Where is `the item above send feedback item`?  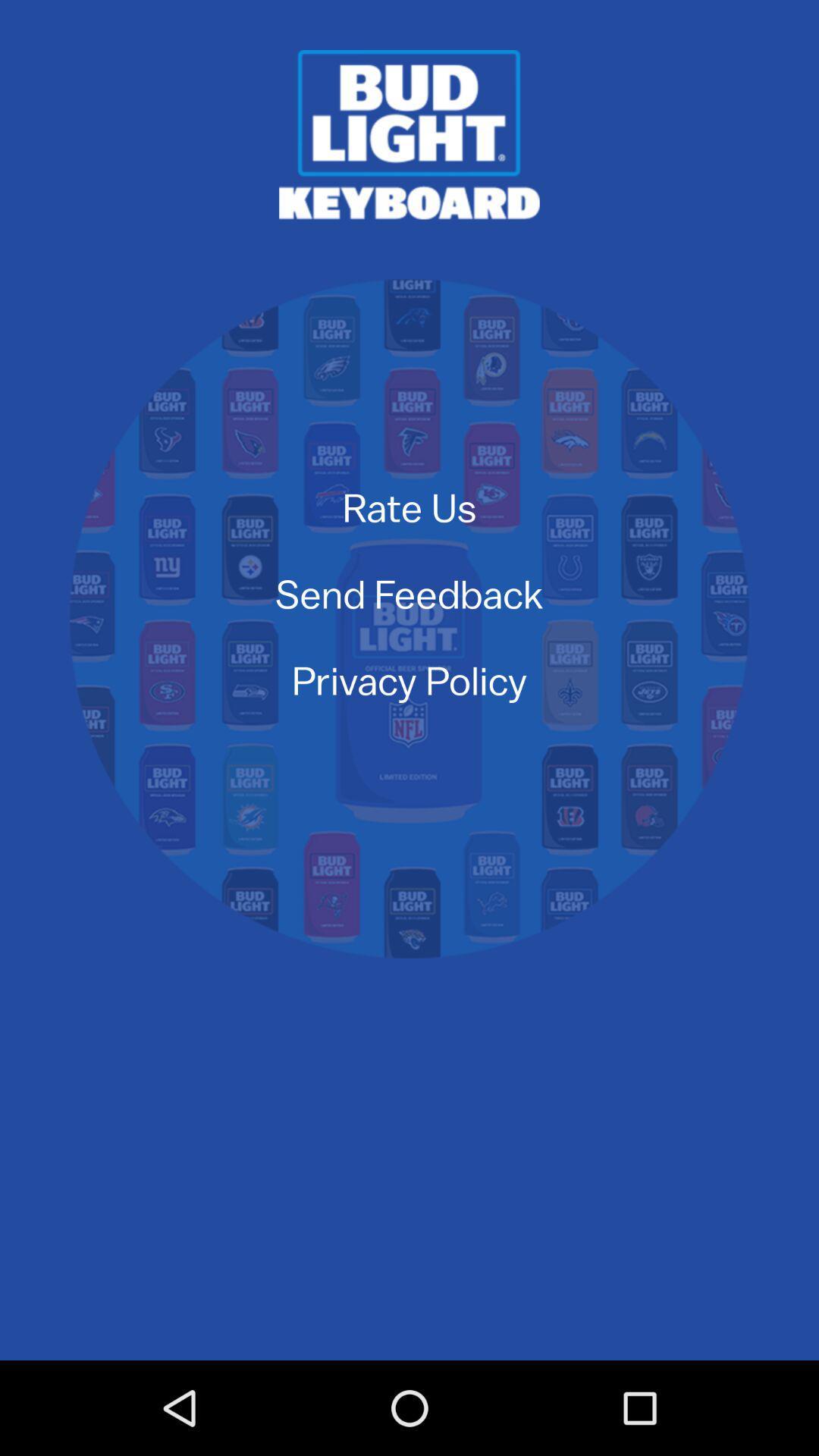
the item above send feedback item is located at coordinates (409, 507).